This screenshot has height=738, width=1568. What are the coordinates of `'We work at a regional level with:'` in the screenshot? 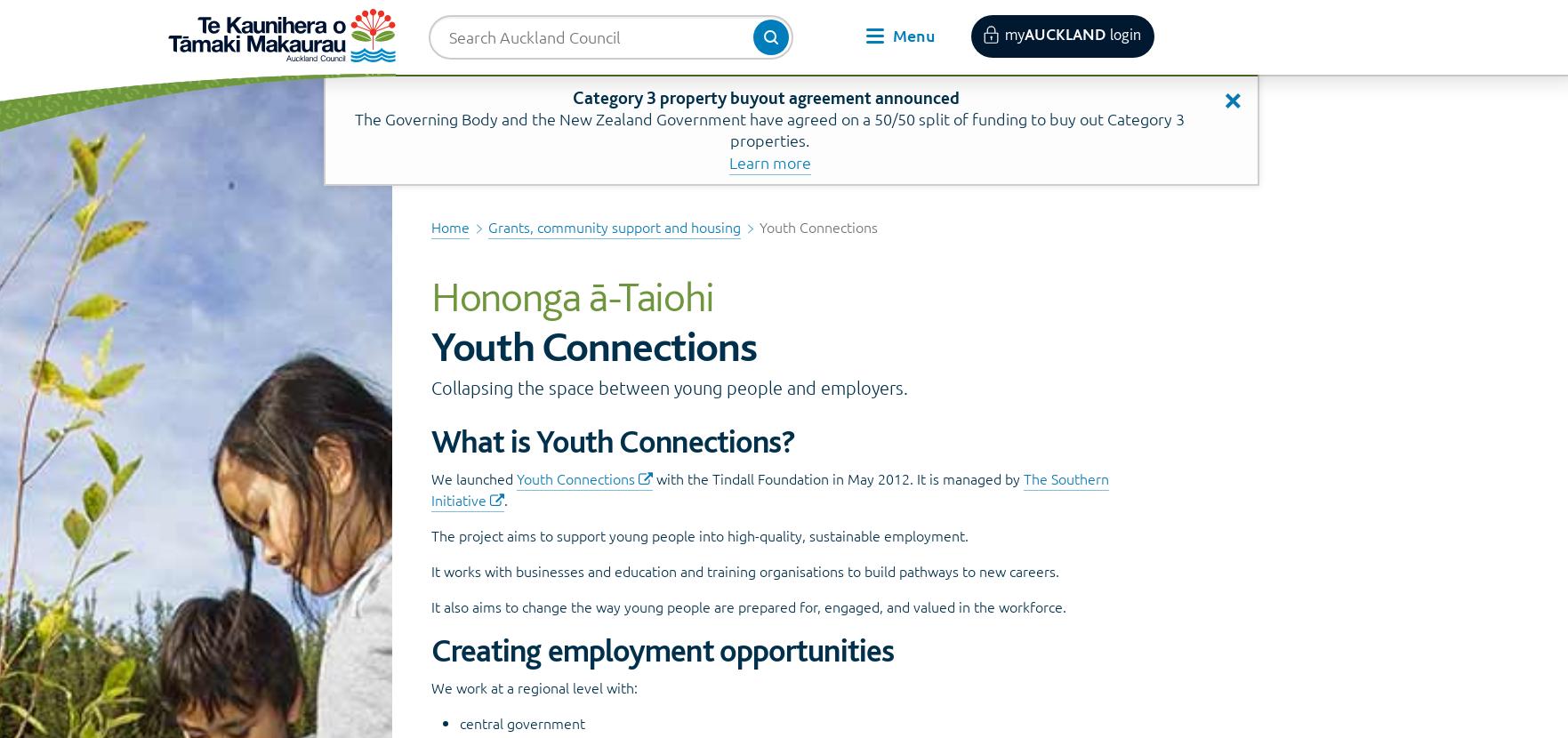 It's located at (533, 686).